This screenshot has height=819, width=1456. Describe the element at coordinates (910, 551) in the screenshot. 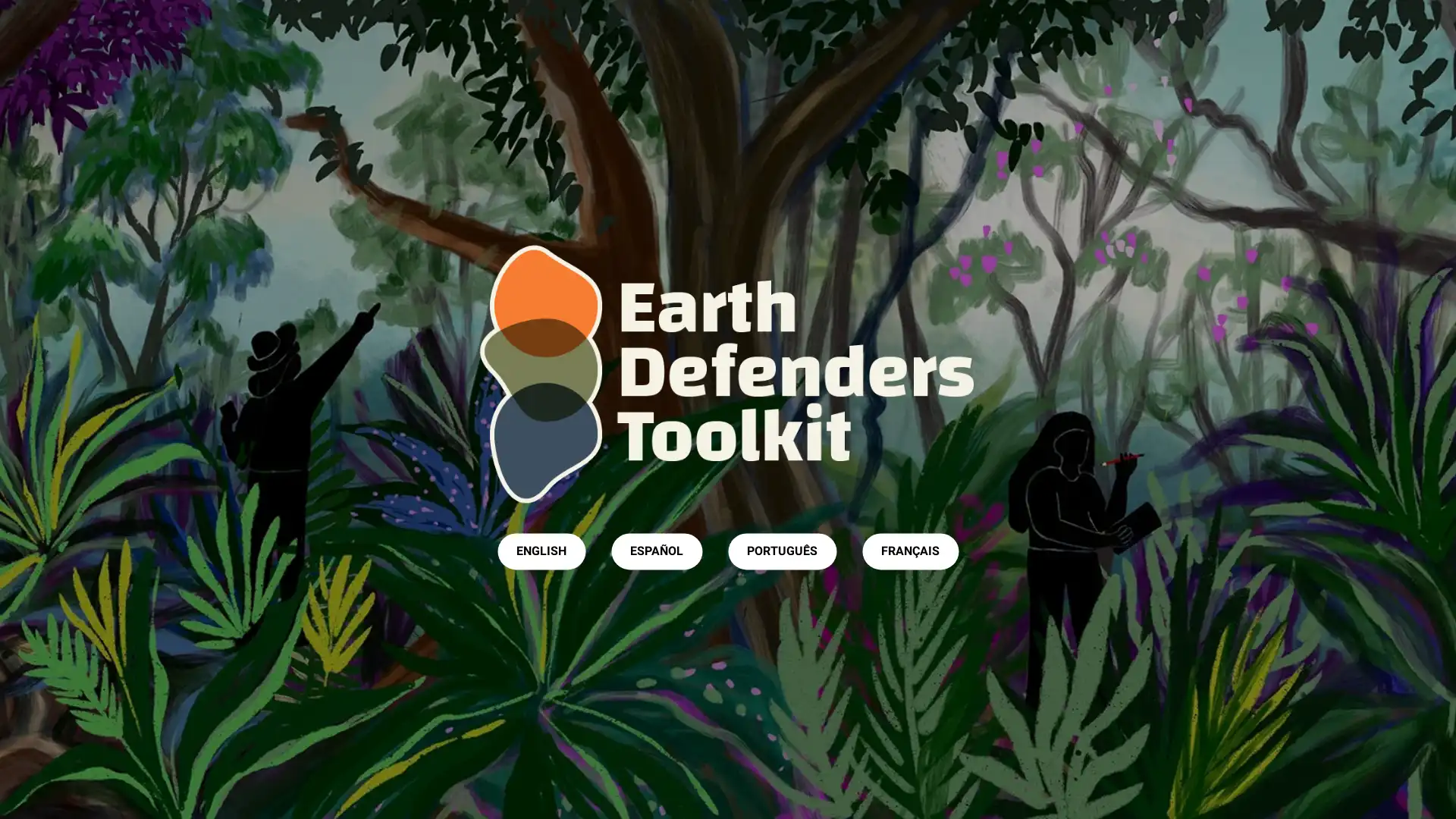

I see `FRANCAIS` at that location.